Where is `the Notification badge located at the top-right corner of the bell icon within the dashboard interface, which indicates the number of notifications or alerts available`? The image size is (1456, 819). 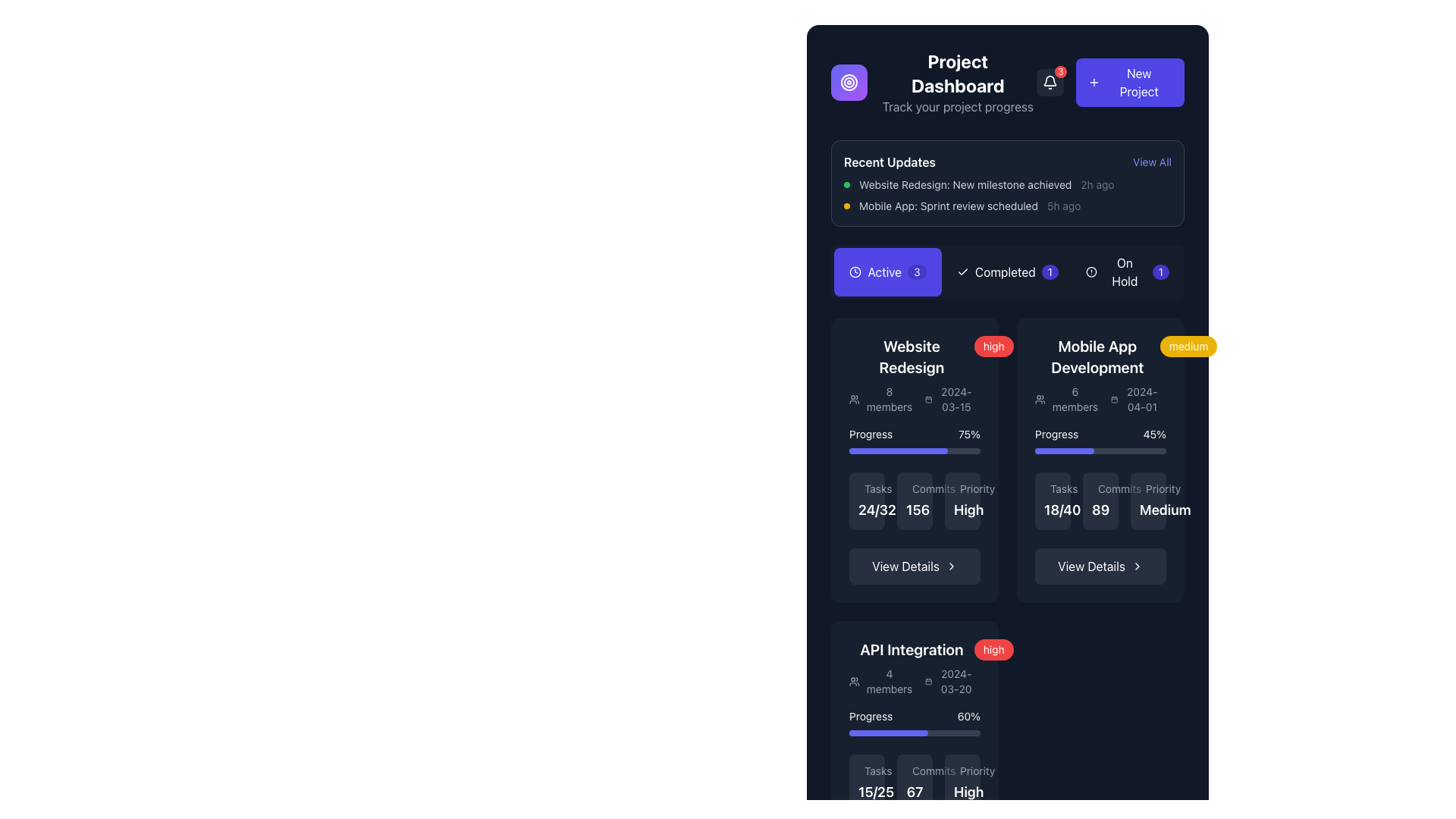
the Notification badge located at the top-right corner of the bell icon within the dashboard interface, which indicates the number of notifications or alerts available is located at coordinates (1059, 72).